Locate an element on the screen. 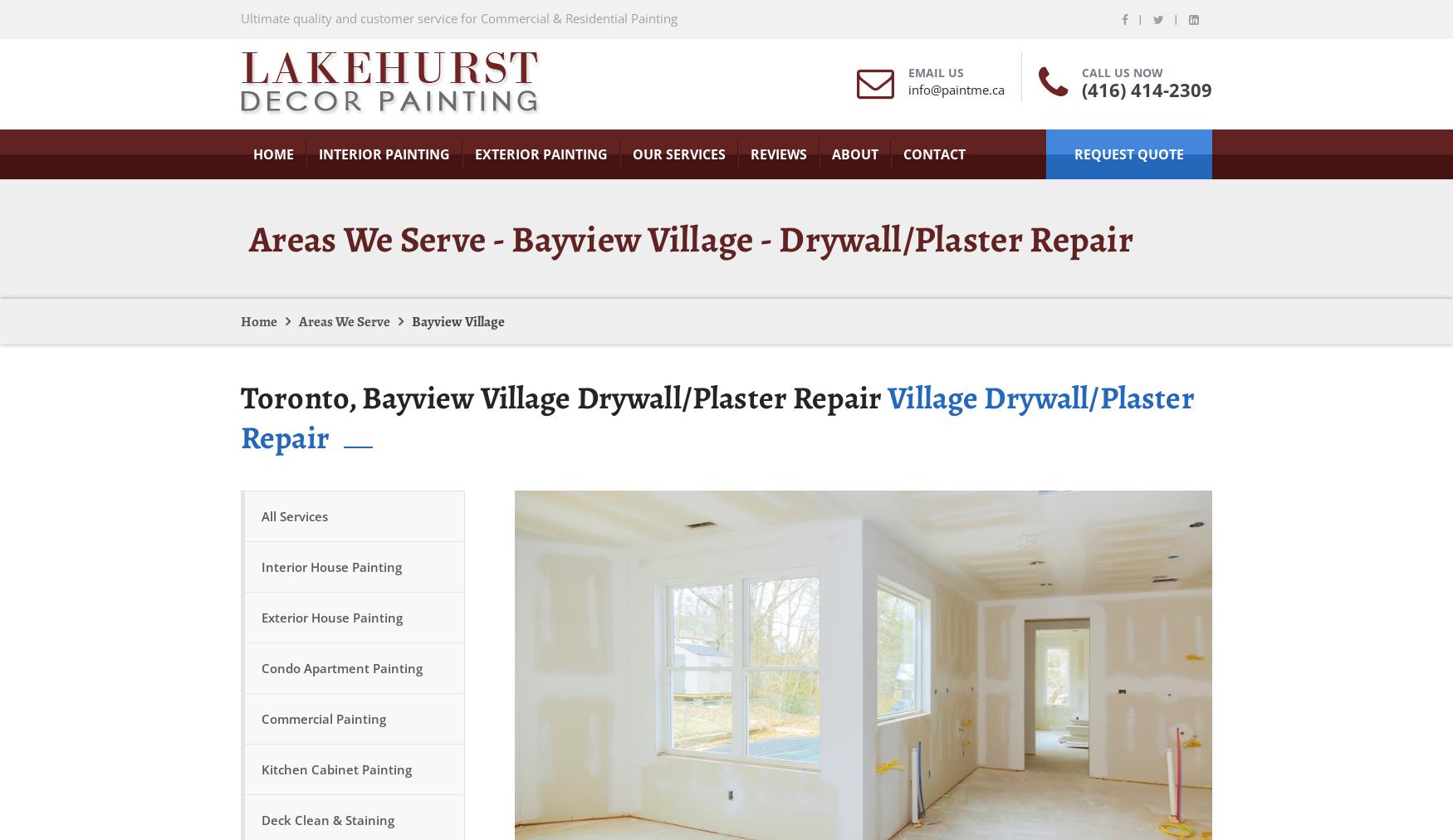  'Reviews' is located at coordinates (779, 154).